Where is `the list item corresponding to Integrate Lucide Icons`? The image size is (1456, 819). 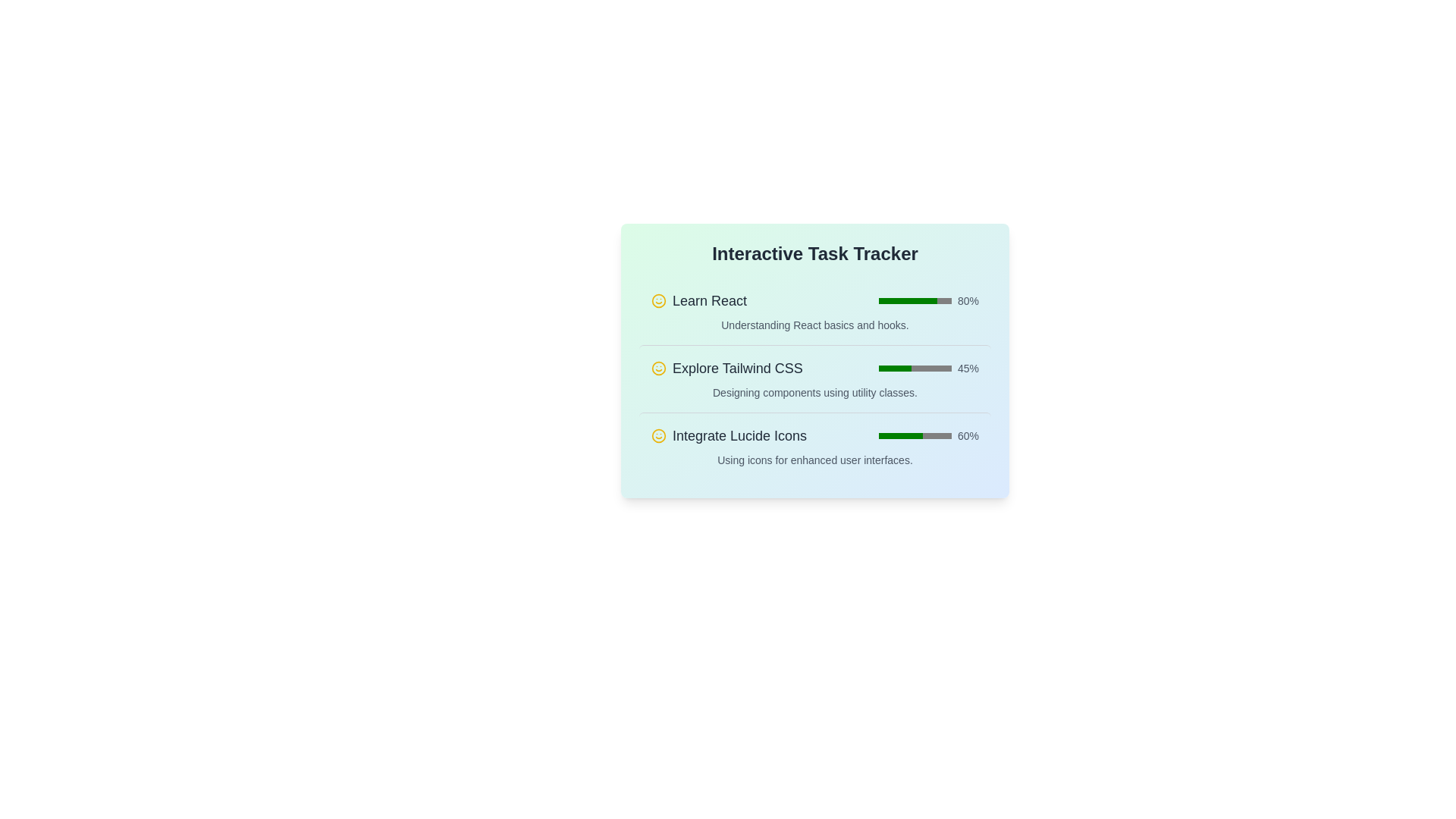
the list item corresponding to Integrate Lucide Icons is located at coordinates (814, 445).